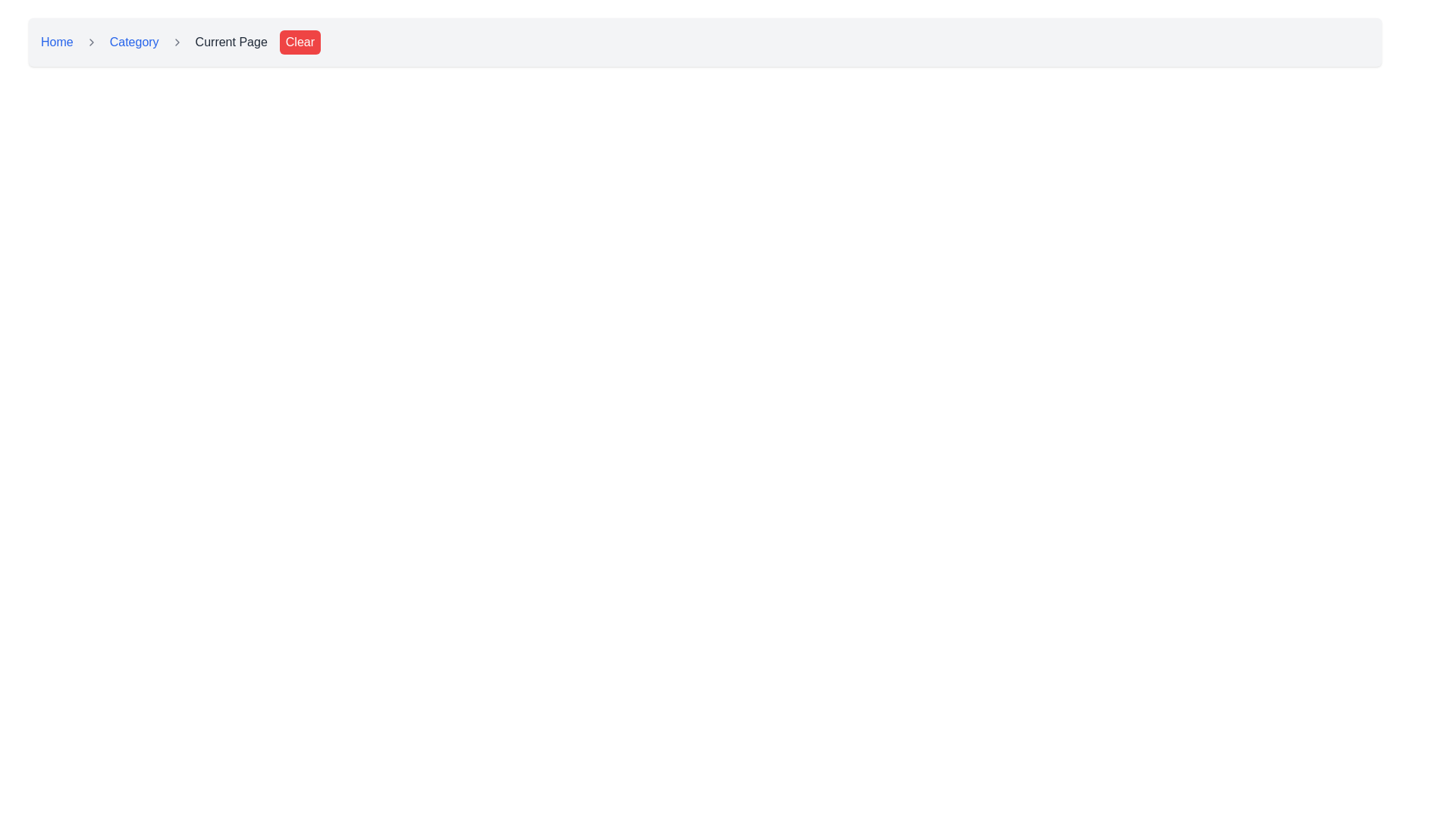 The image size is (1456, 819). What do you see at coordinates (57, 42) in the screenshot?
I see `the 'Home' link in the breadcrumb navigation bar` at bounding box center [57, 42].